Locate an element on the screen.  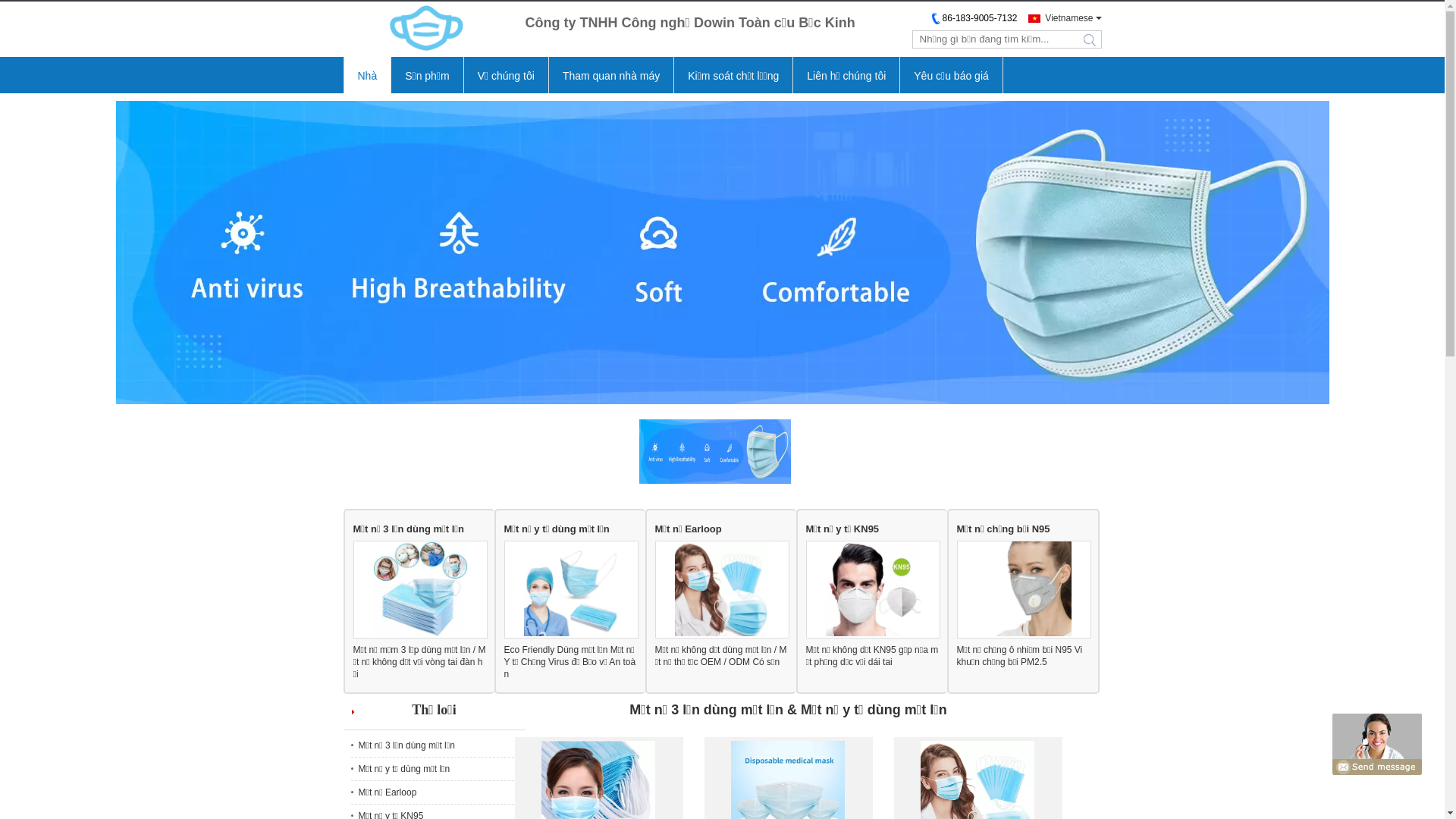
'Vietnamese' is located at coordinates (1059, 17).